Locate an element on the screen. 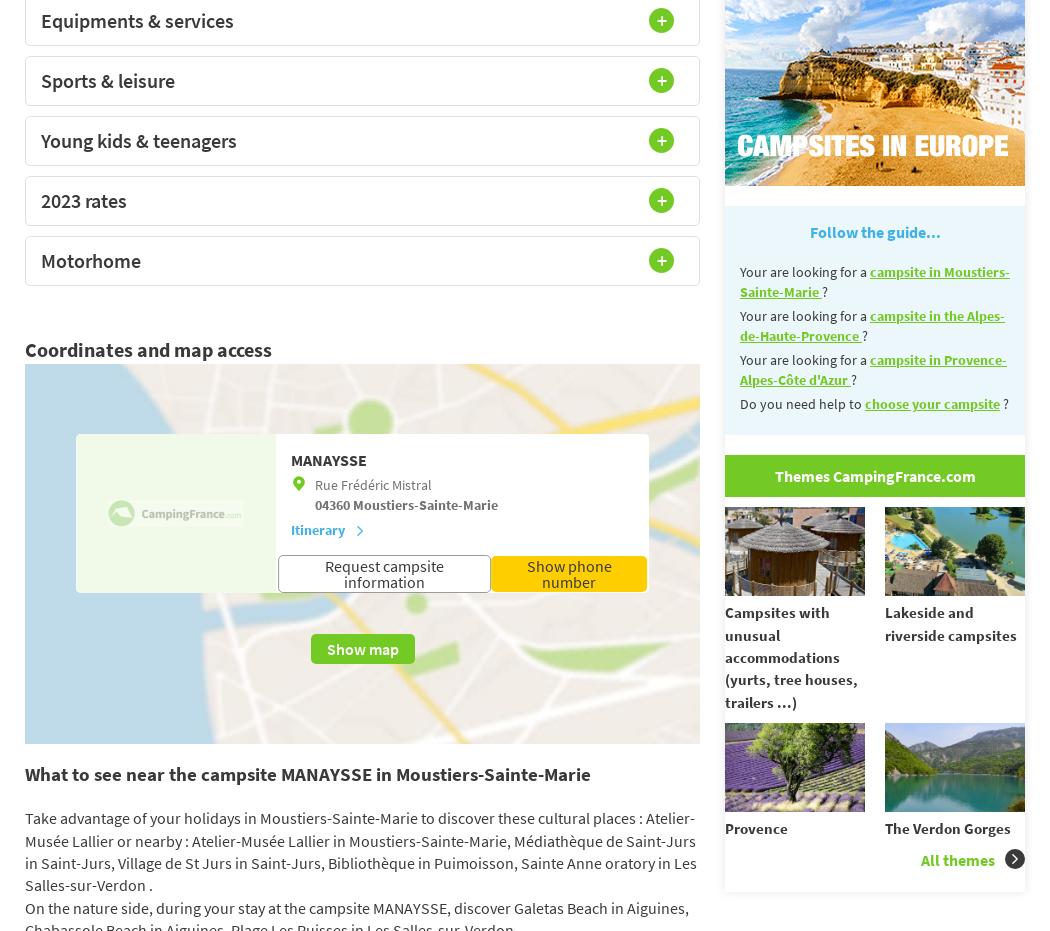 This screenshot has height=931, width=1050. 'What to see near the campsite MANAYSSE in Moustiers-Sainte-Marie' is located at coordinates (307, 774).